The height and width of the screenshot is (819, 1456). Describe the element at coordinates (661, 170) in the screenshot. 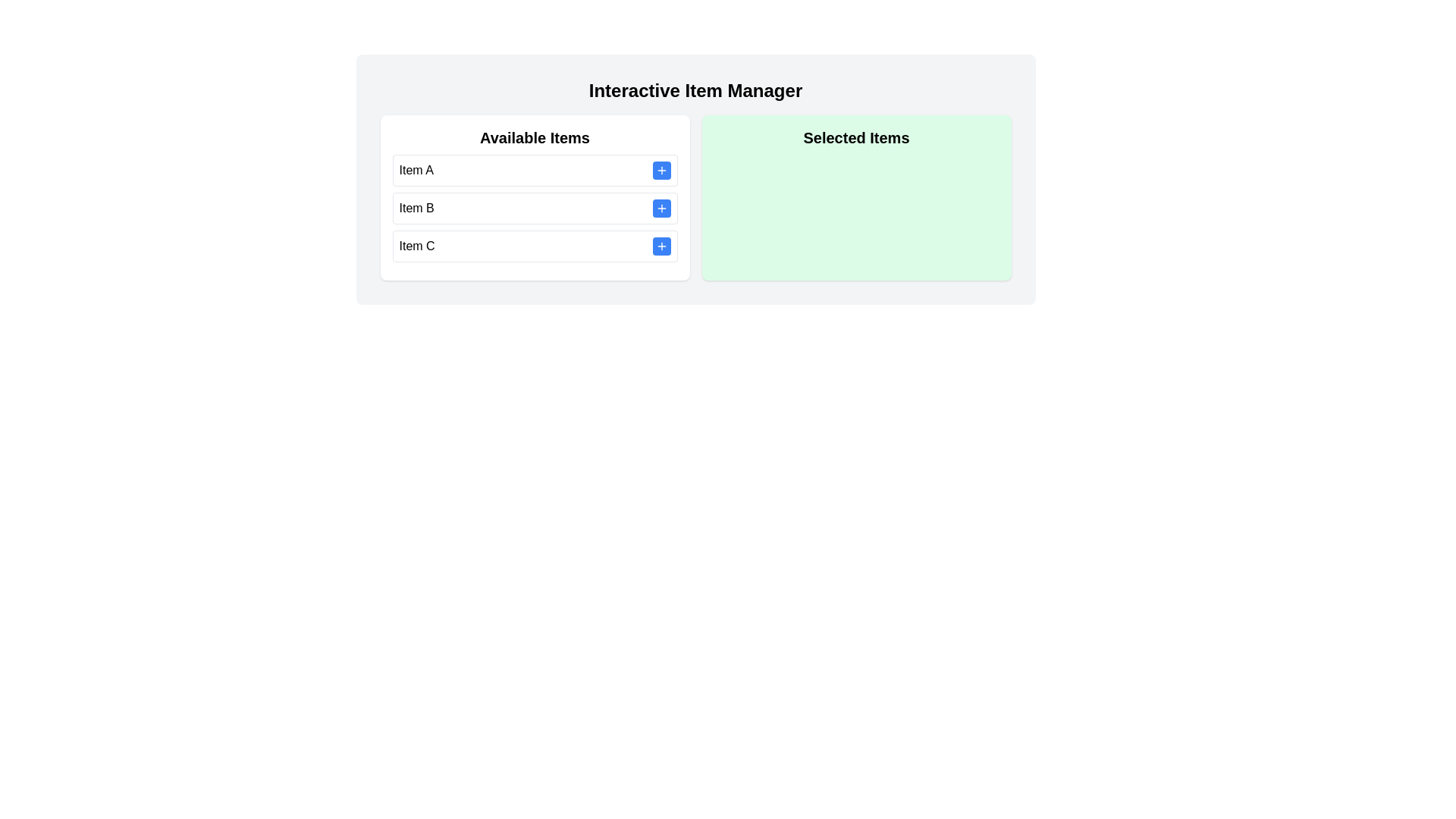

I see `the button that allows the user to add 'Item A' to the 'Selected Items' area, located in the first row of the 'Available Items' section` at that location.